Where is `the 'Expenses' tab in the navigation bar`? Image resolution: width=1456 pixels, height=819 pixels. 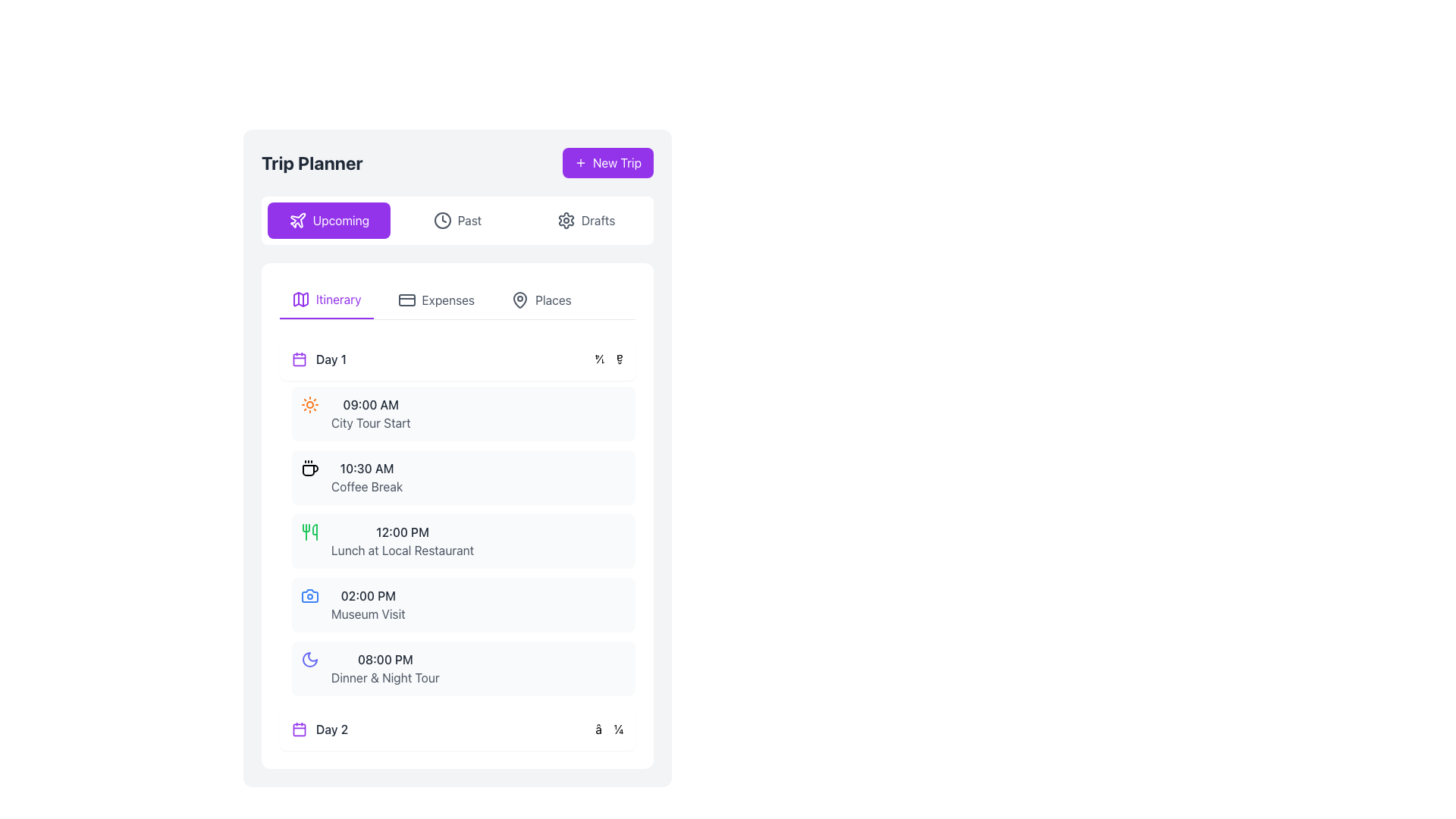 the 'Expenses' tab in the navigation bar is located at coordinates (435, 300).